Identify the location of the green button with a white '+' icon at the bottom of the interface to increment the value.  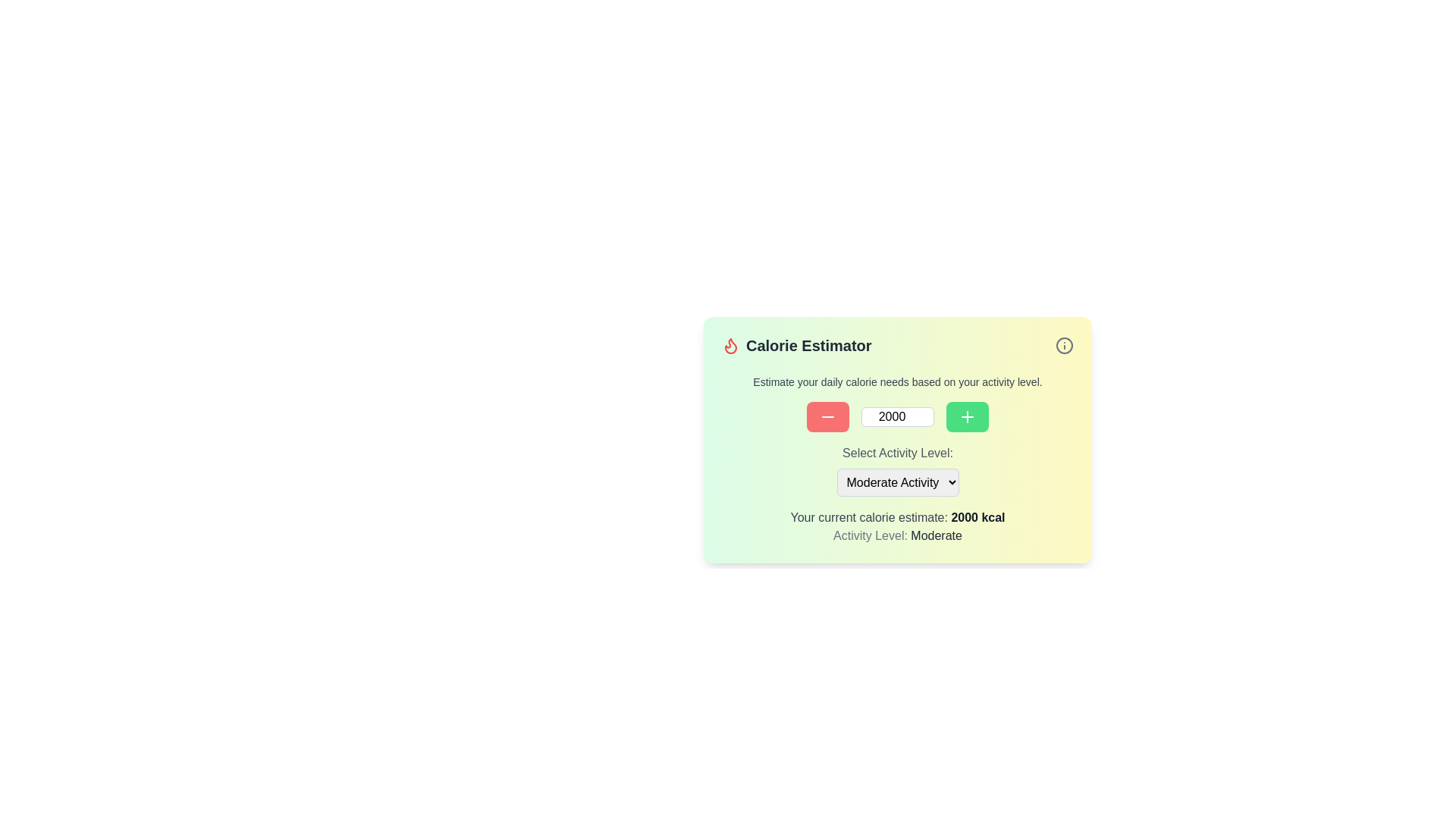
(967, 417).